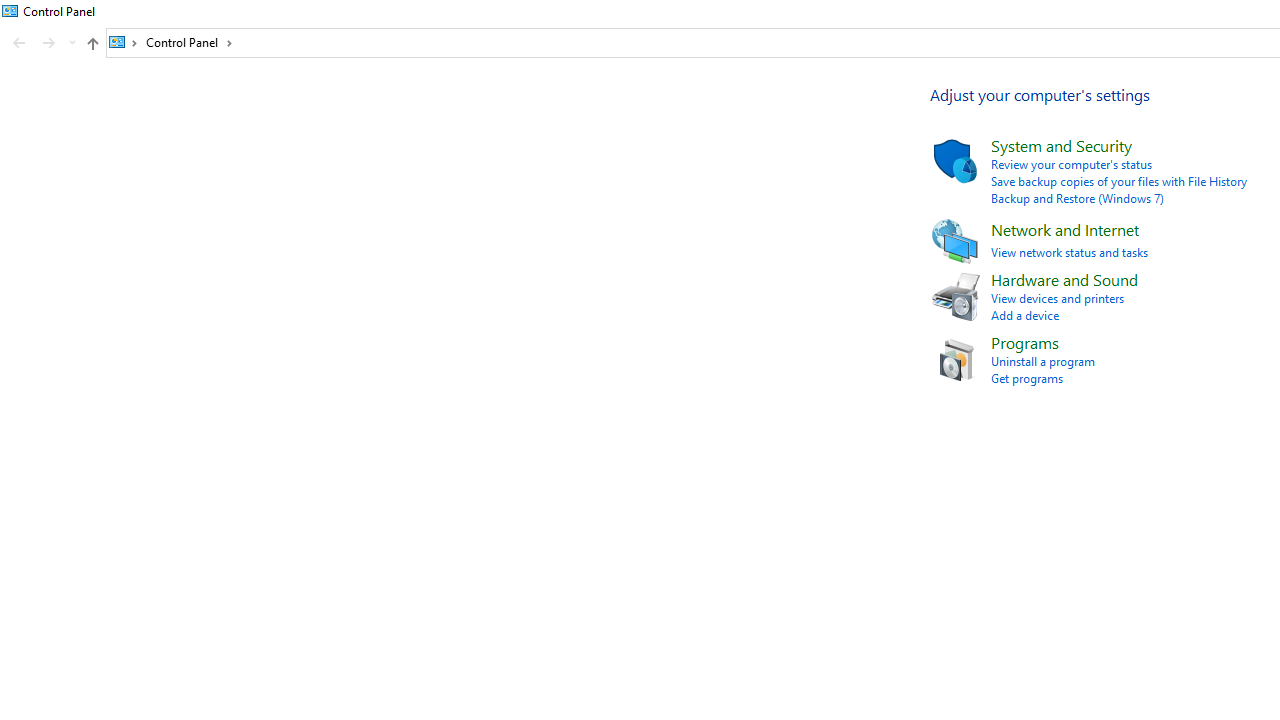 This screenshot has width=1280, height=720. Describe the element at coordinates (91, 43) in the screenshot. I see `'Up to "Desktop" (Alt + Up Arrow)'` at that location.